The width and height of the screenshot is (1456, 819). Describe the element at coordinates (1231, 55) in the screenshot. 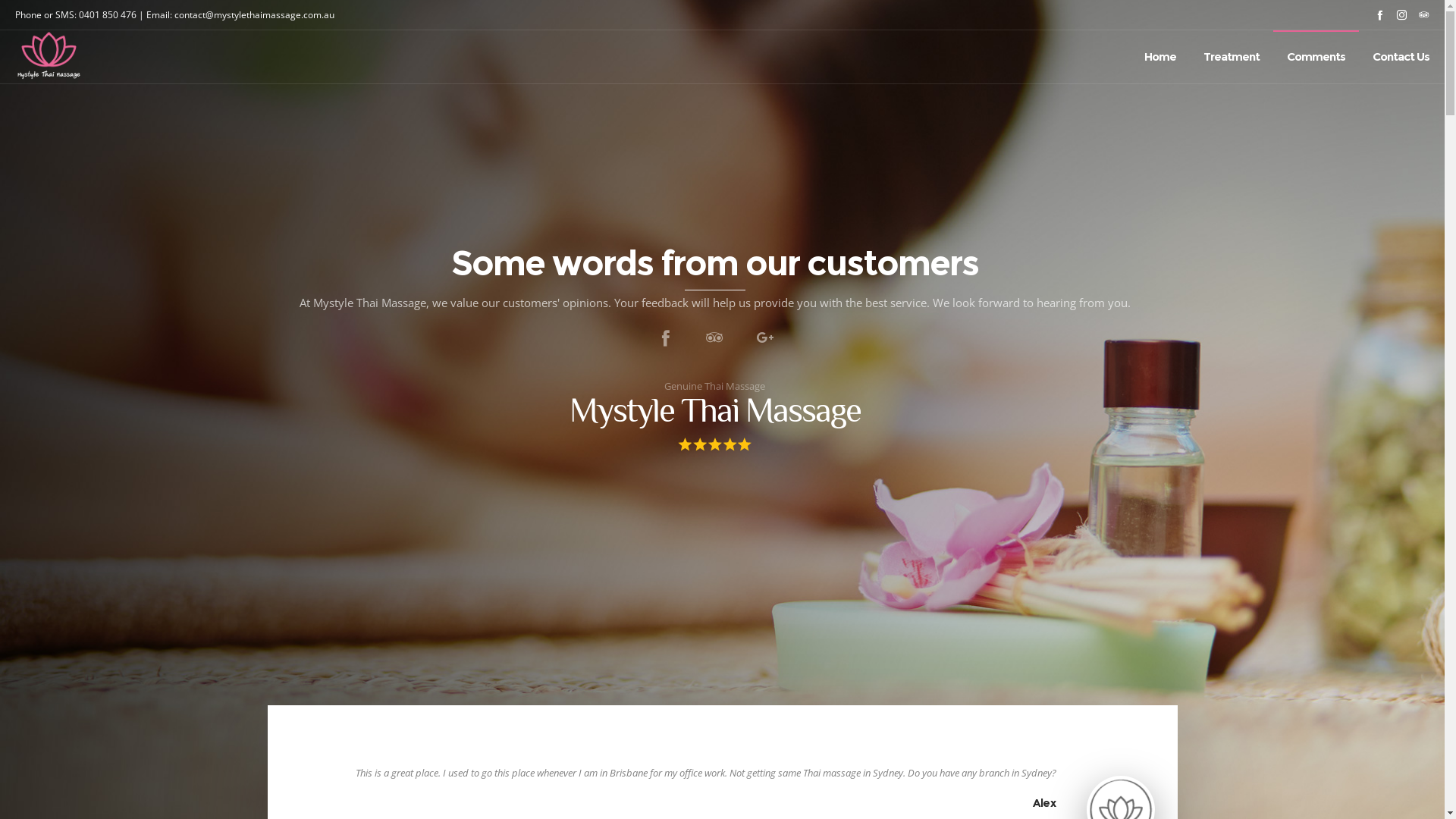

I see `'Treatment'` at that location.